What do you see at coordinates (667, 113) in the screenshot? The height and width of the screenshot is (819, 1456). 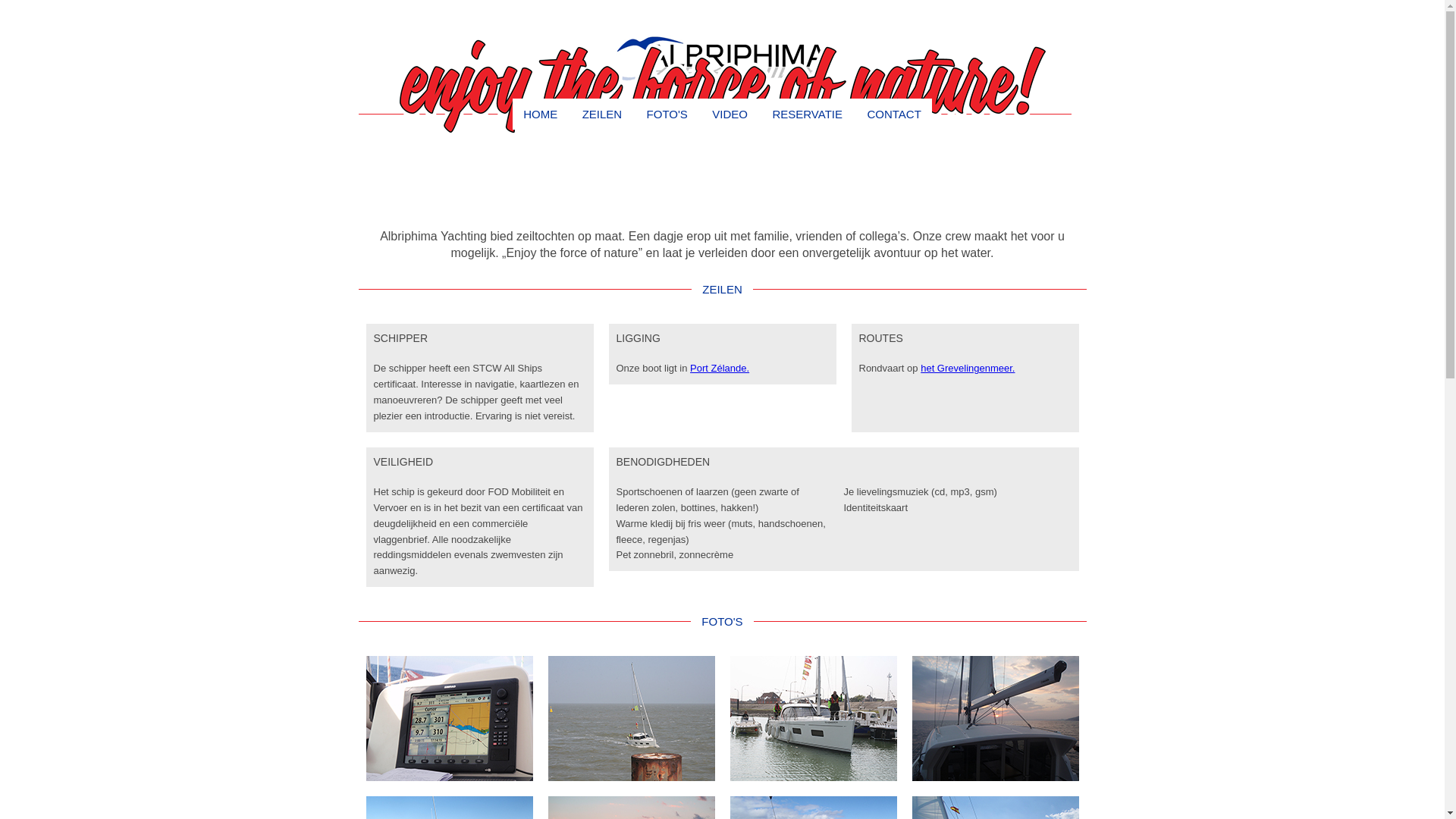 I see `'FOTO'S'` at bounding box center [667, 113].